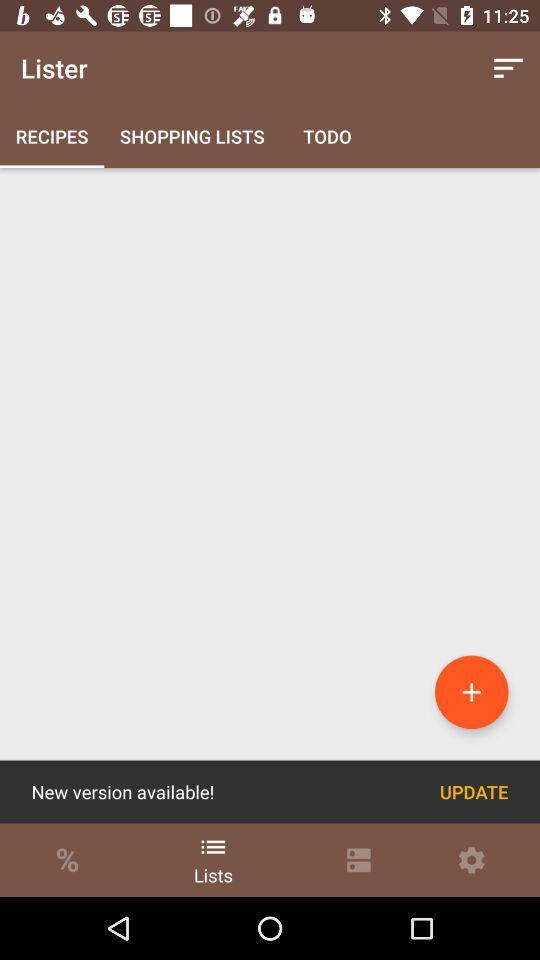 Image resolution: width=540 pixels, height=960 pixels. I want to click on item to the right of lister item, so click(508, 68).